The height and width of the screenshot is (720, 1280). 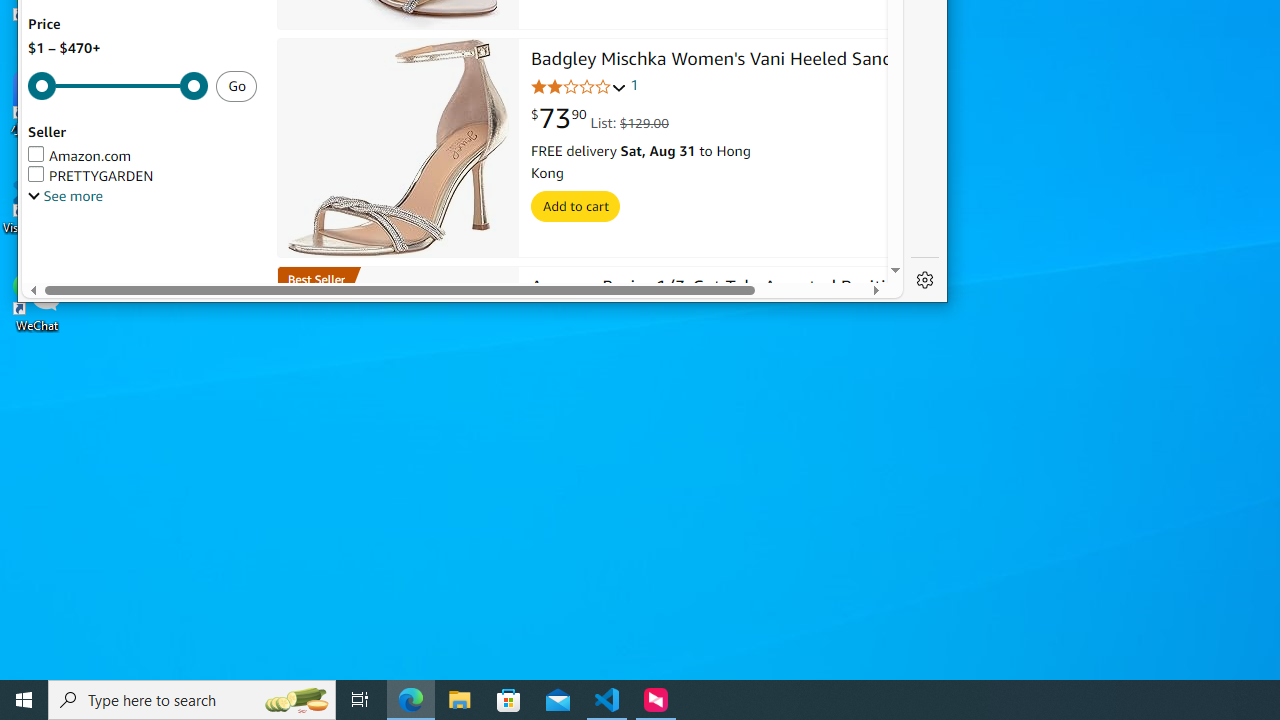 What do you see at coordinates (719, 60) in the screenshot?
I see `'Badgley Mischka Women'` at bounding box center [719, 60].